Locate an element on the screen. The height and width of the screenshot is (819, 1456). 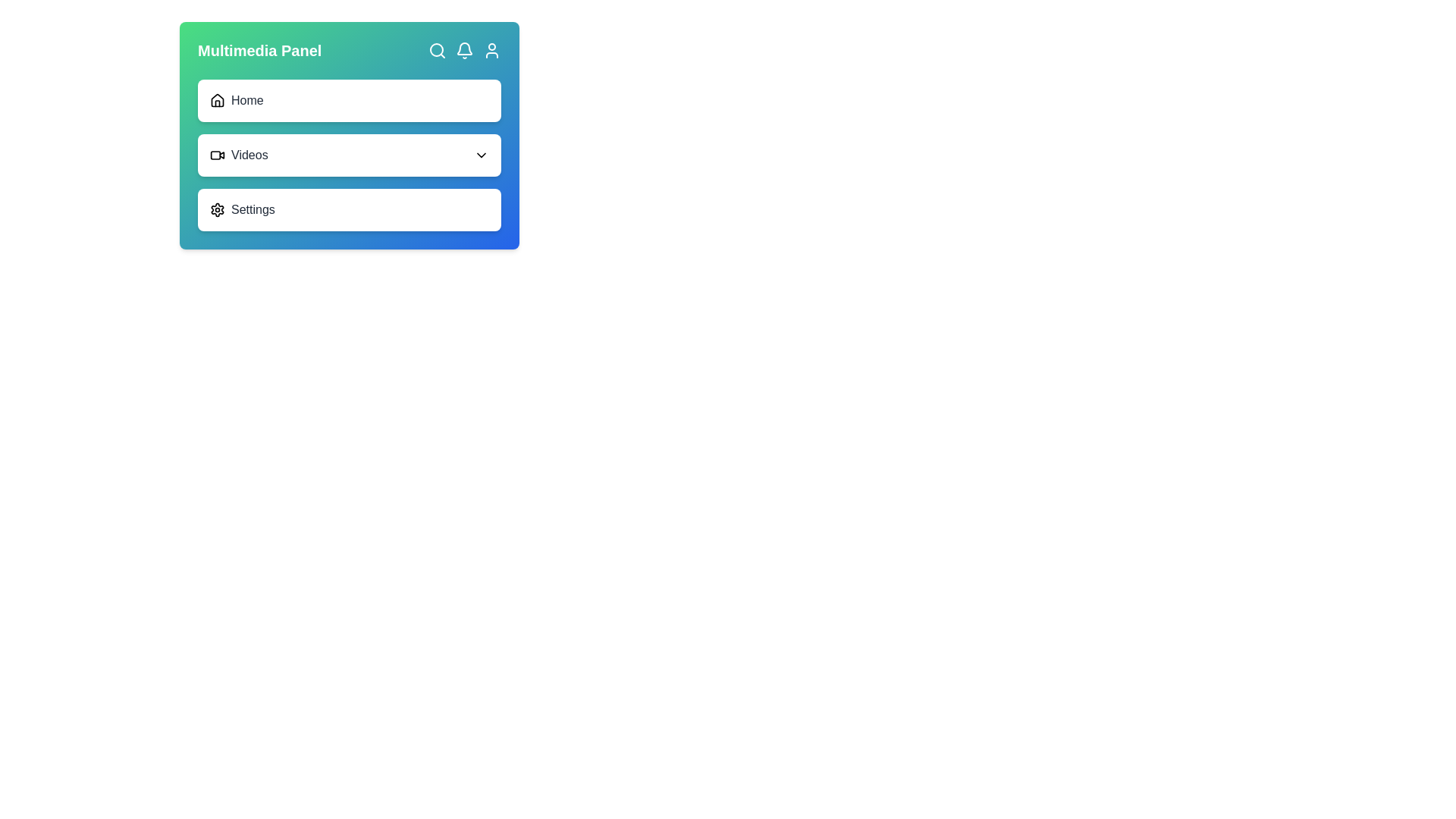
the 'Home' text label, which is styled in gray and located to the right of a house icon in the navigation panel is located at coordinates (247, 100).